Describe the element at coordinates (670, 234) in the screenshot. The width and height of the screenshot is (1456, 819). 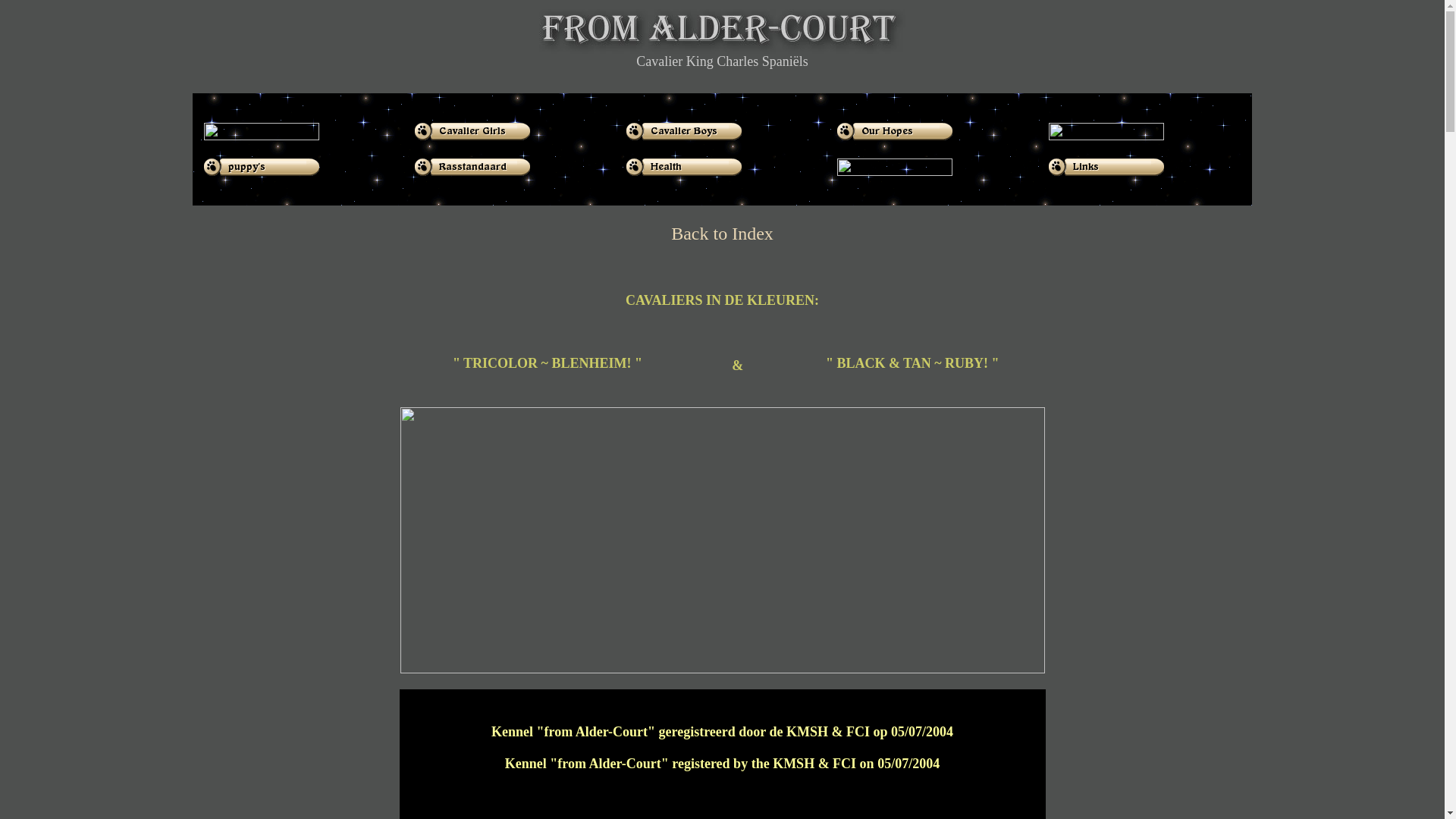
I see `'Back to Index'` at that location.